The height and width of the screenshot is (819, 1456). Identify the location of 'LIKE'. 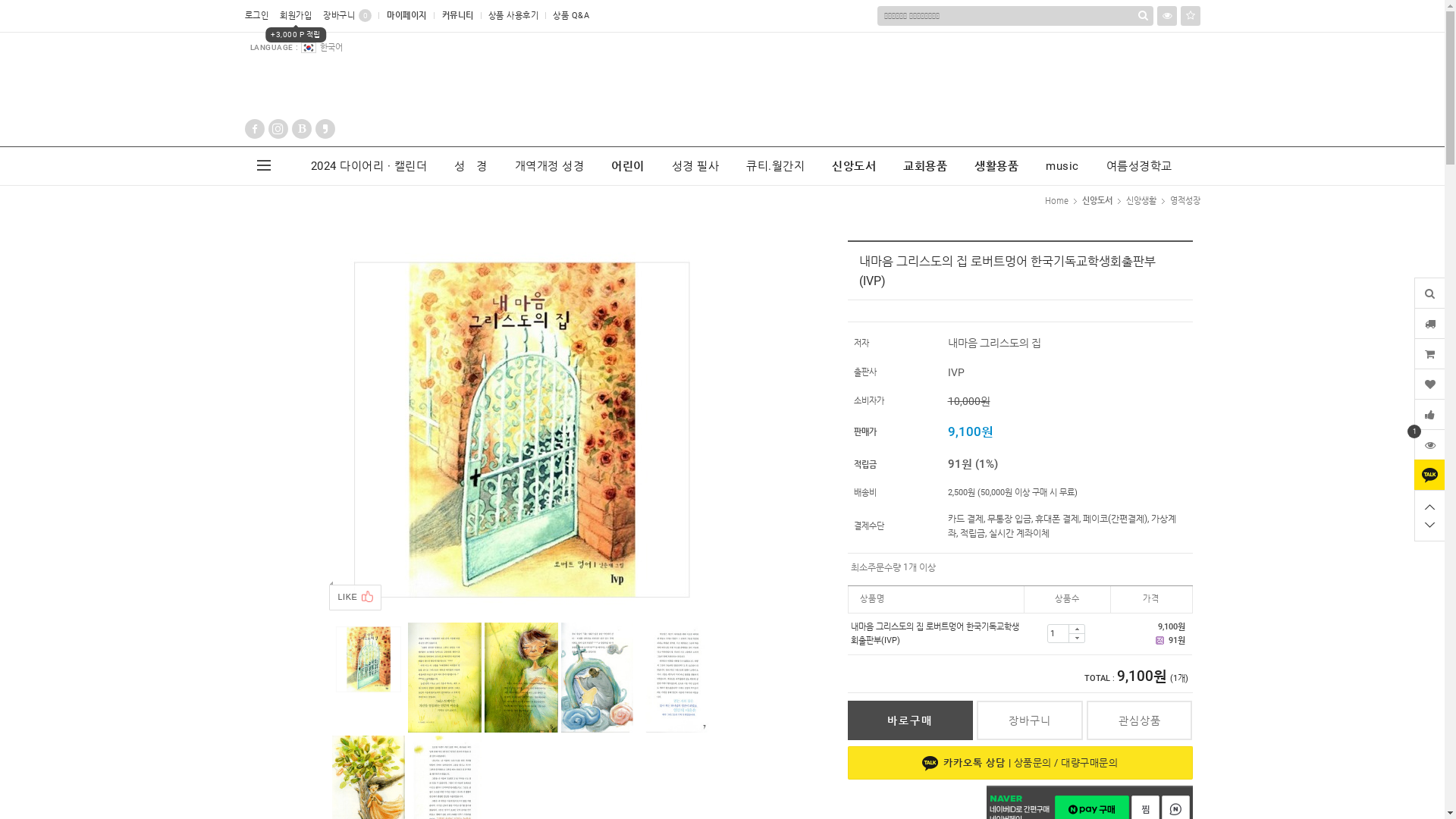
(355, 596).